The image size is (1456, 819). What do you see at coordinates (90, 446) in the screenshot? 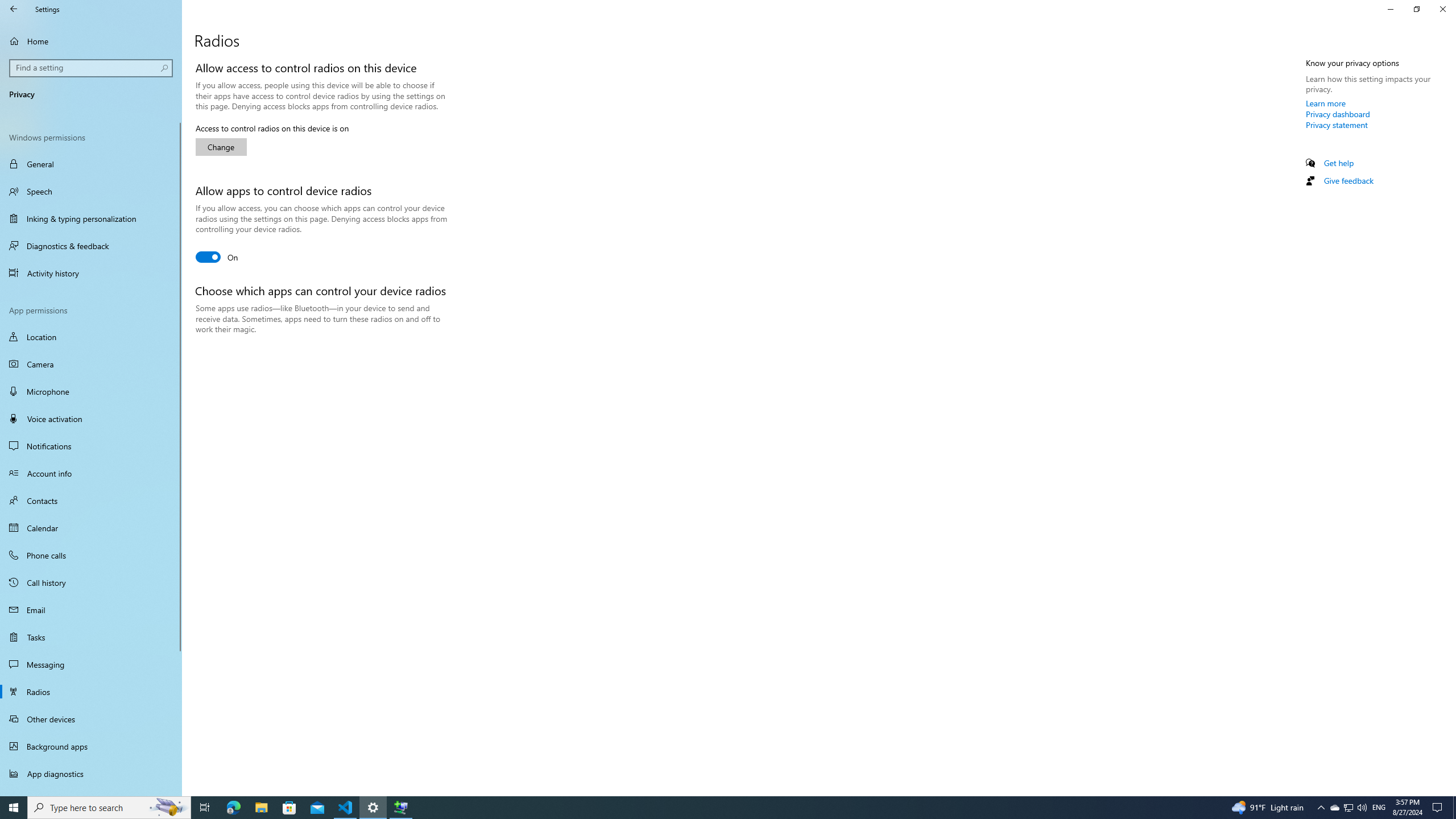
I see `'Notifications'` at bounding box center [90, 446].